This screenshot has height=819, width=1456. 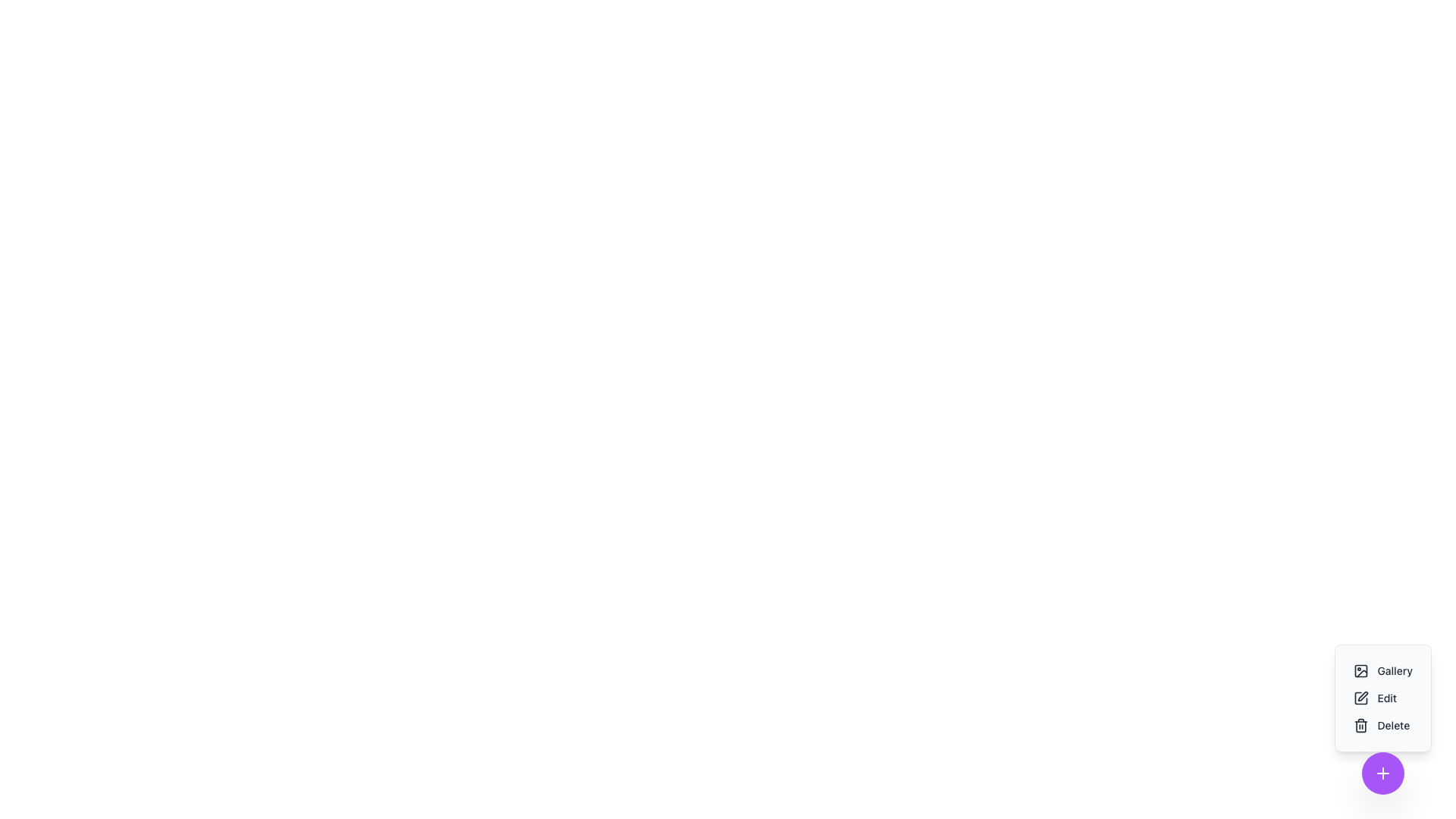 What do you see at coordinates (1393, 724) in the screenshot?
I see `the 'Delete' label, which is the third entry in a vertical list, located to the right of a trash can icon` at bounding box center [1393, 724].